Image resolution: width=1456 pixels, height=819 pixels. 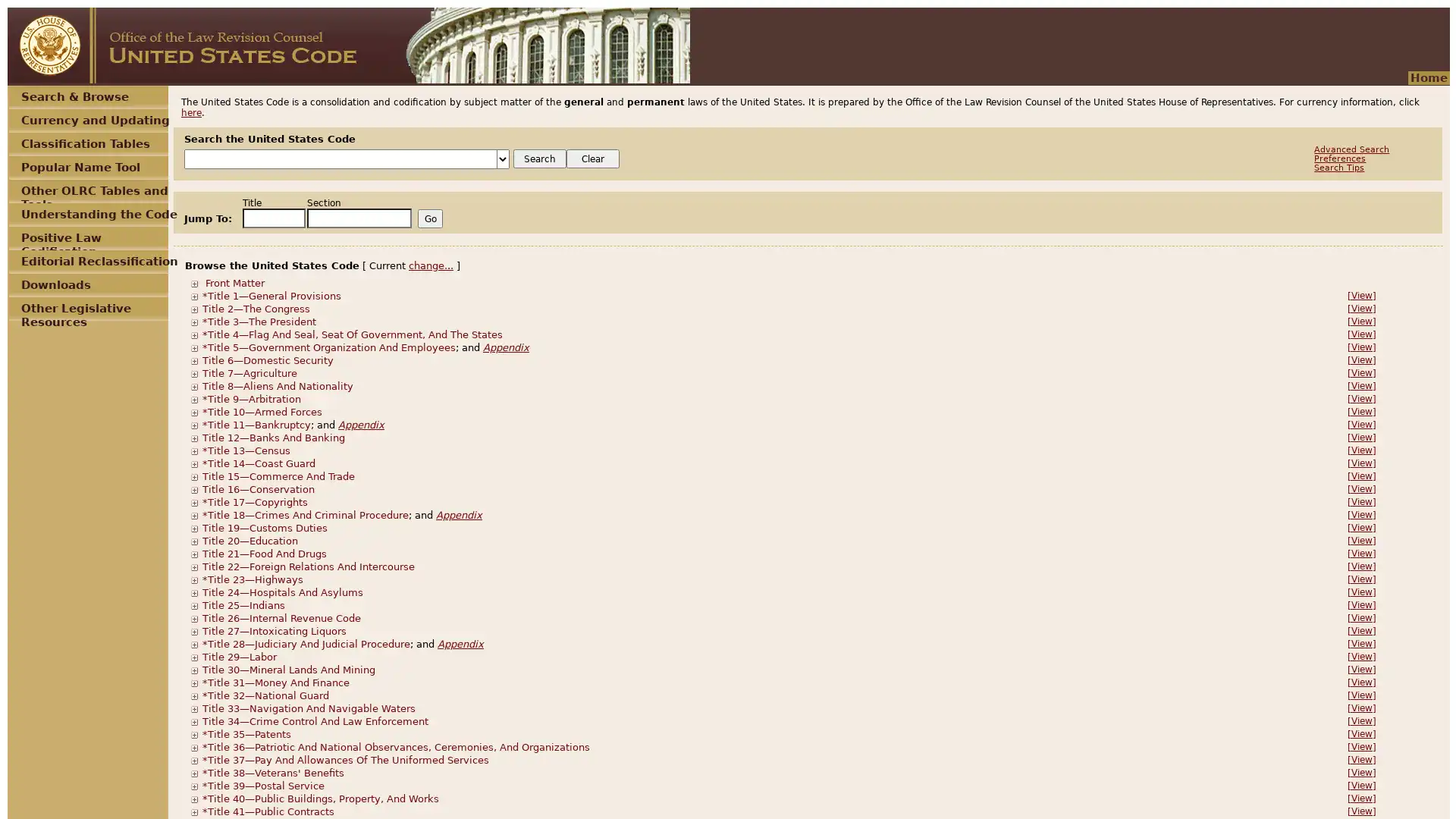 I want to click on Clear, so click(x=592, y=158).